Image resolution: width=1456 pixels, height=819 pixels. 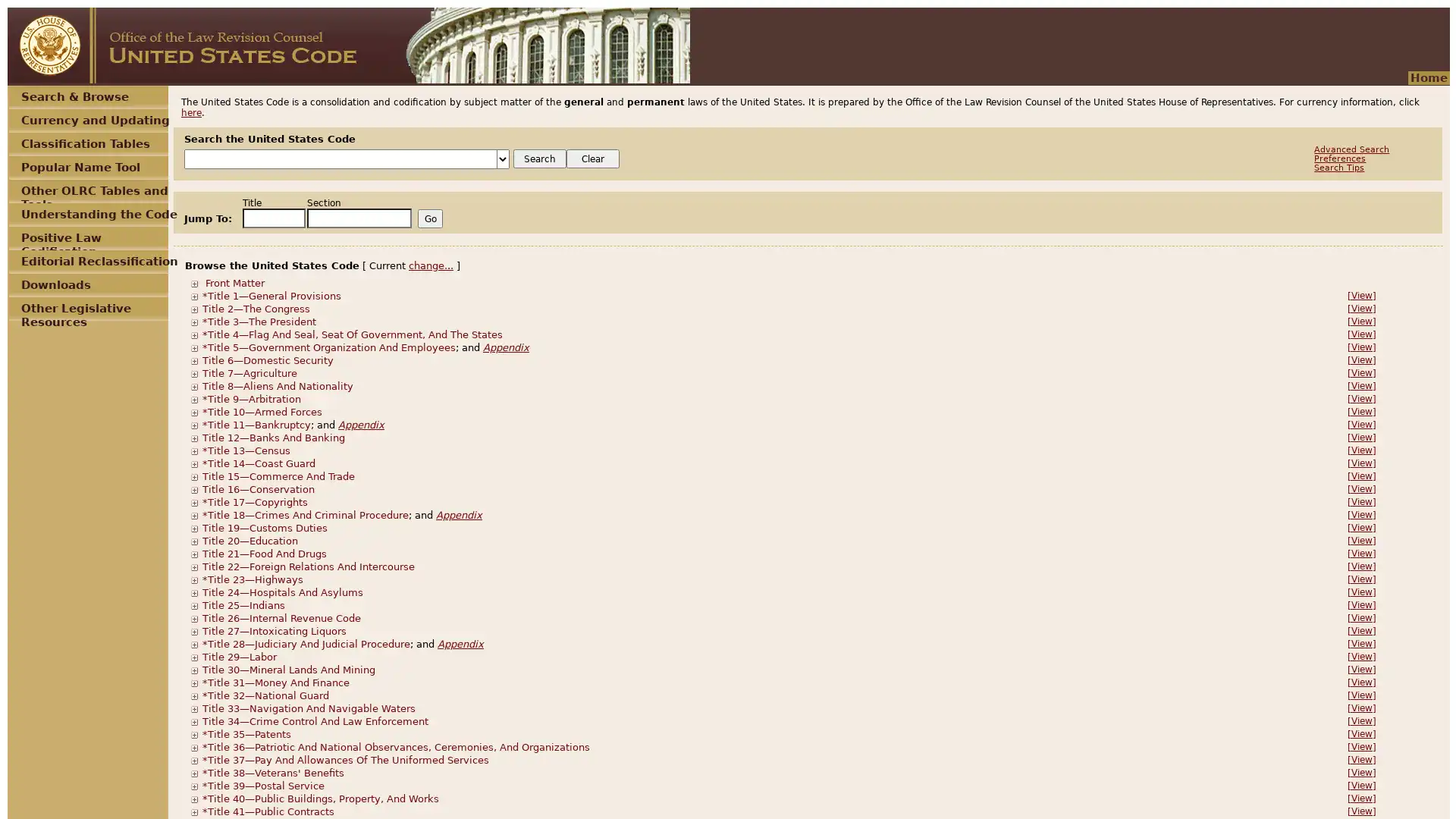 I want to click on Clear, so click(x=592, y=158).